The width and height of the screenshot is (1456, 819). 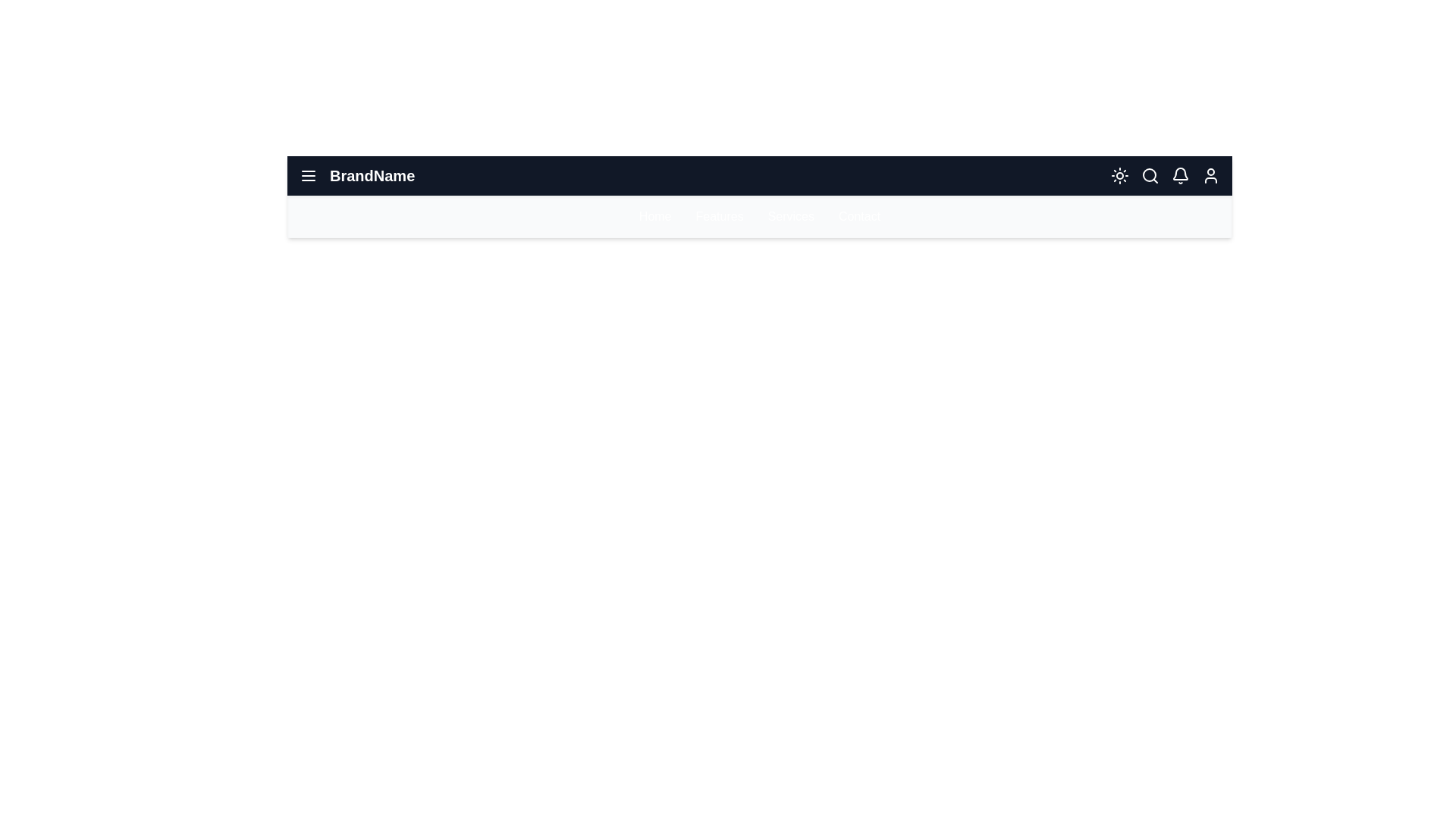 I want to click on the 'Services' navigation link, so click(x=789, y=216).